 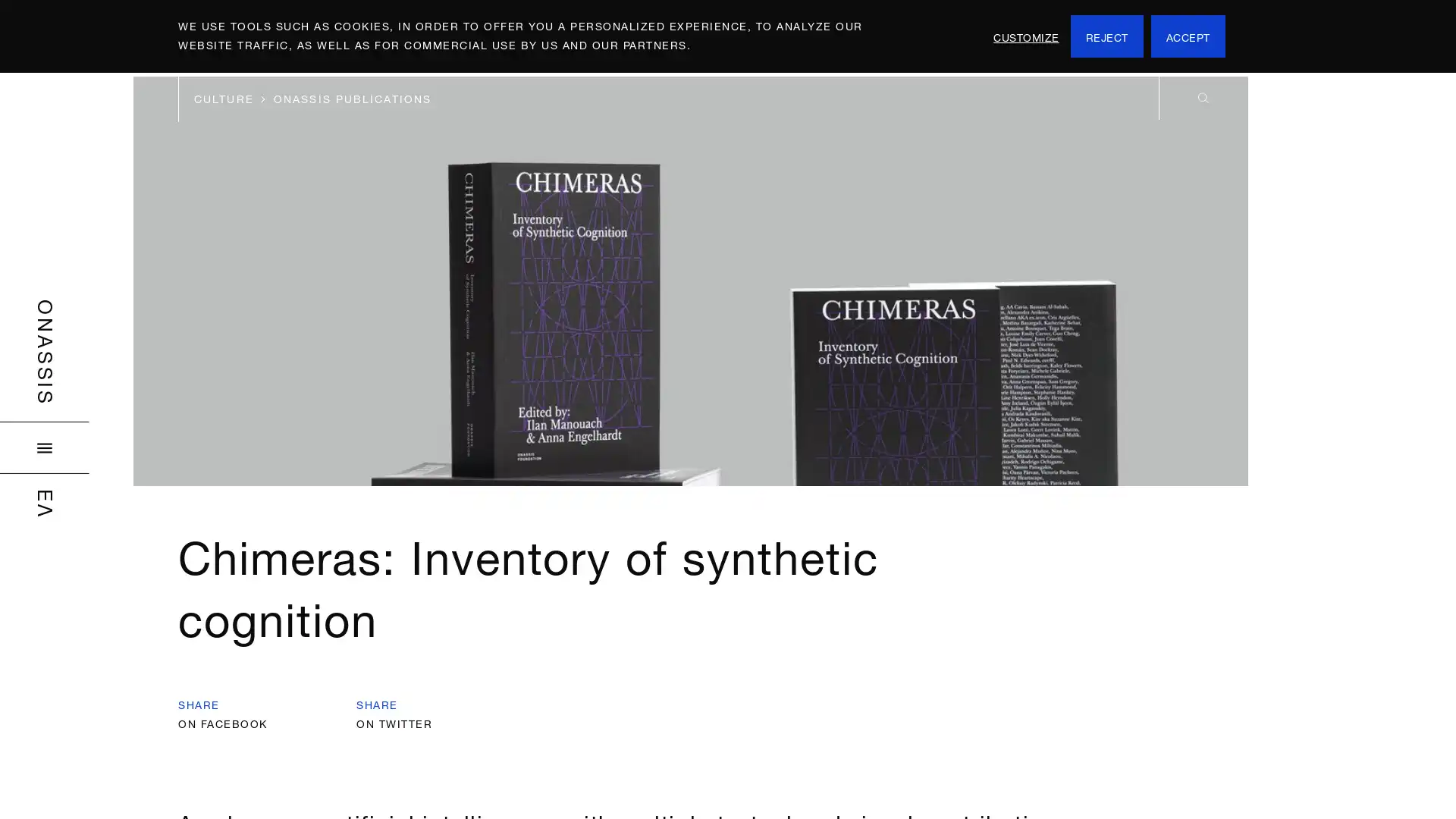 What do you see at coordinates (1106, 35) in the screenshot?
I see `REJECT` at bounding box center [1106, 35].